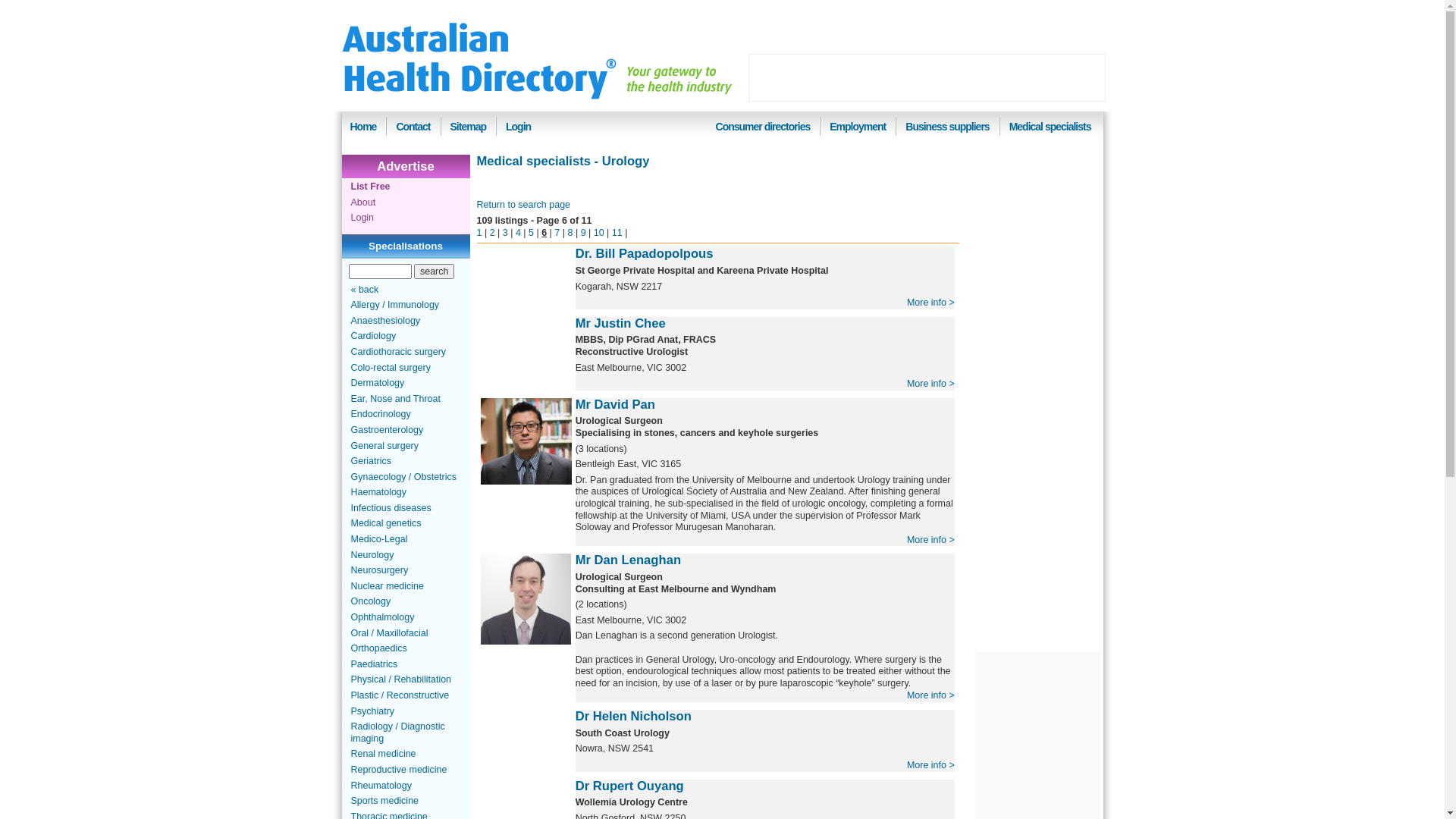 This screenshot has height=819, width=1456. What do you see at coordinates (1050, 125) in the screenshot?
I see `'Medical specialists'` at bounding box center [1050, 125].